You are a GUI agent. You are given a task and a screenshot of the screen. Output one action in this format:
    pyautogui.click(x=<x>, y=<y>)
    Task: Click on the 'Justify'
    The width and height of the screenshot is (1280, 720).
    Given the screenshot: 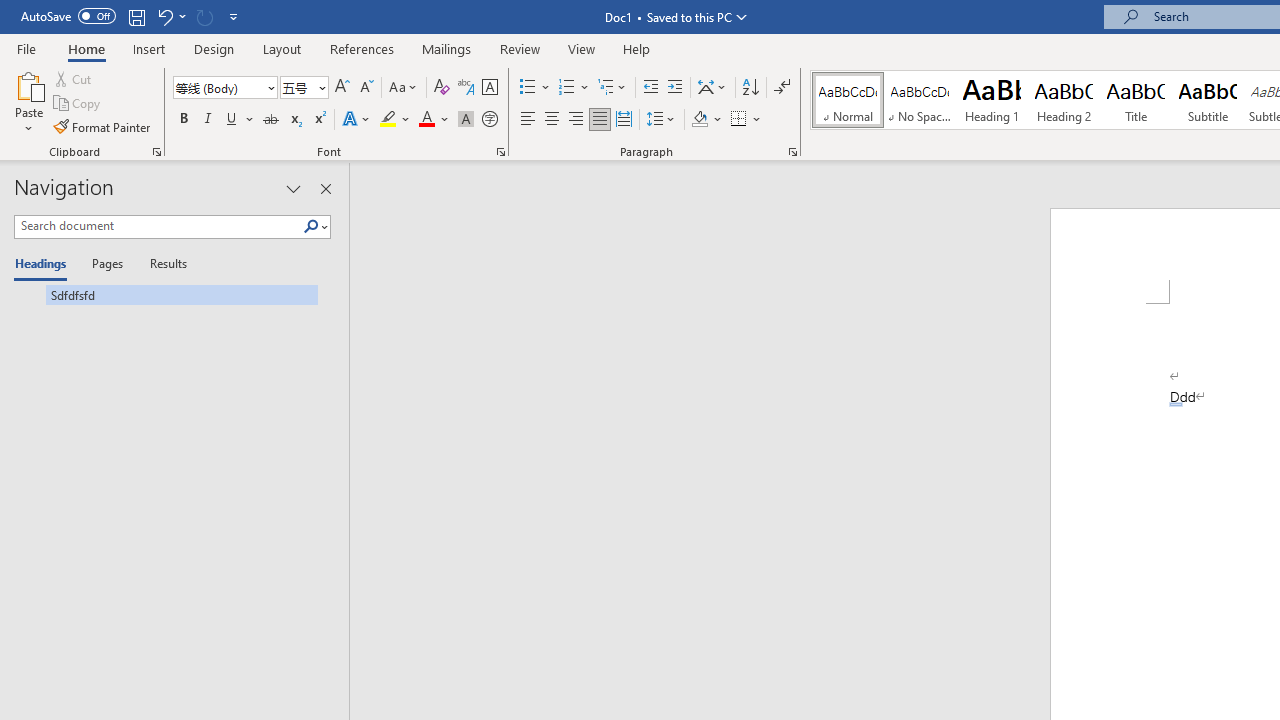 What is the action you would take?
    pyautogui.click(x=598, y=119)
    